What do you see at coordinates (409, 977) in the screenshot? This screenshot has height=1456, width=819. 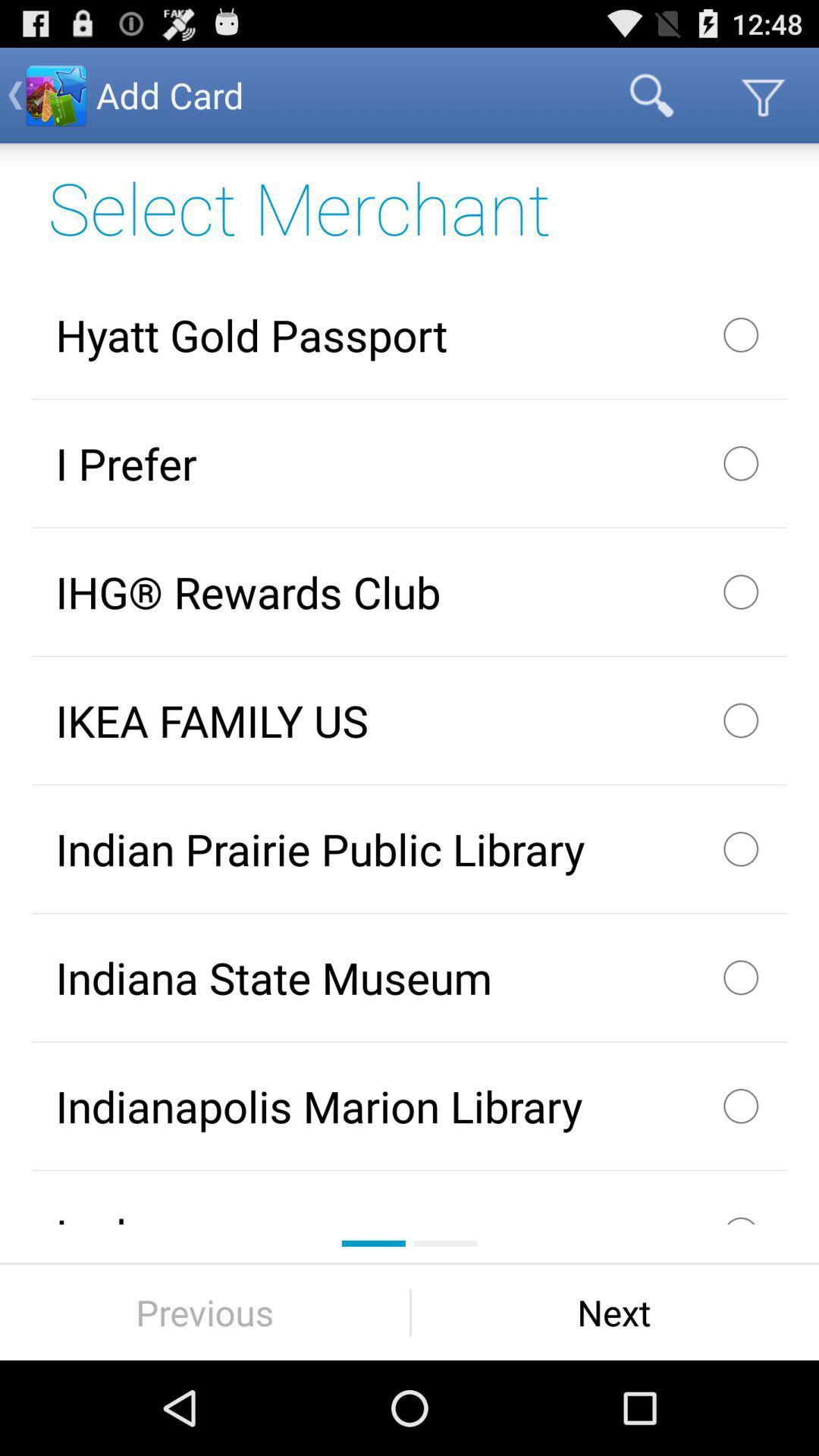 I see `the icon below the indian prairie public icon` at bounding box center [409, 977].